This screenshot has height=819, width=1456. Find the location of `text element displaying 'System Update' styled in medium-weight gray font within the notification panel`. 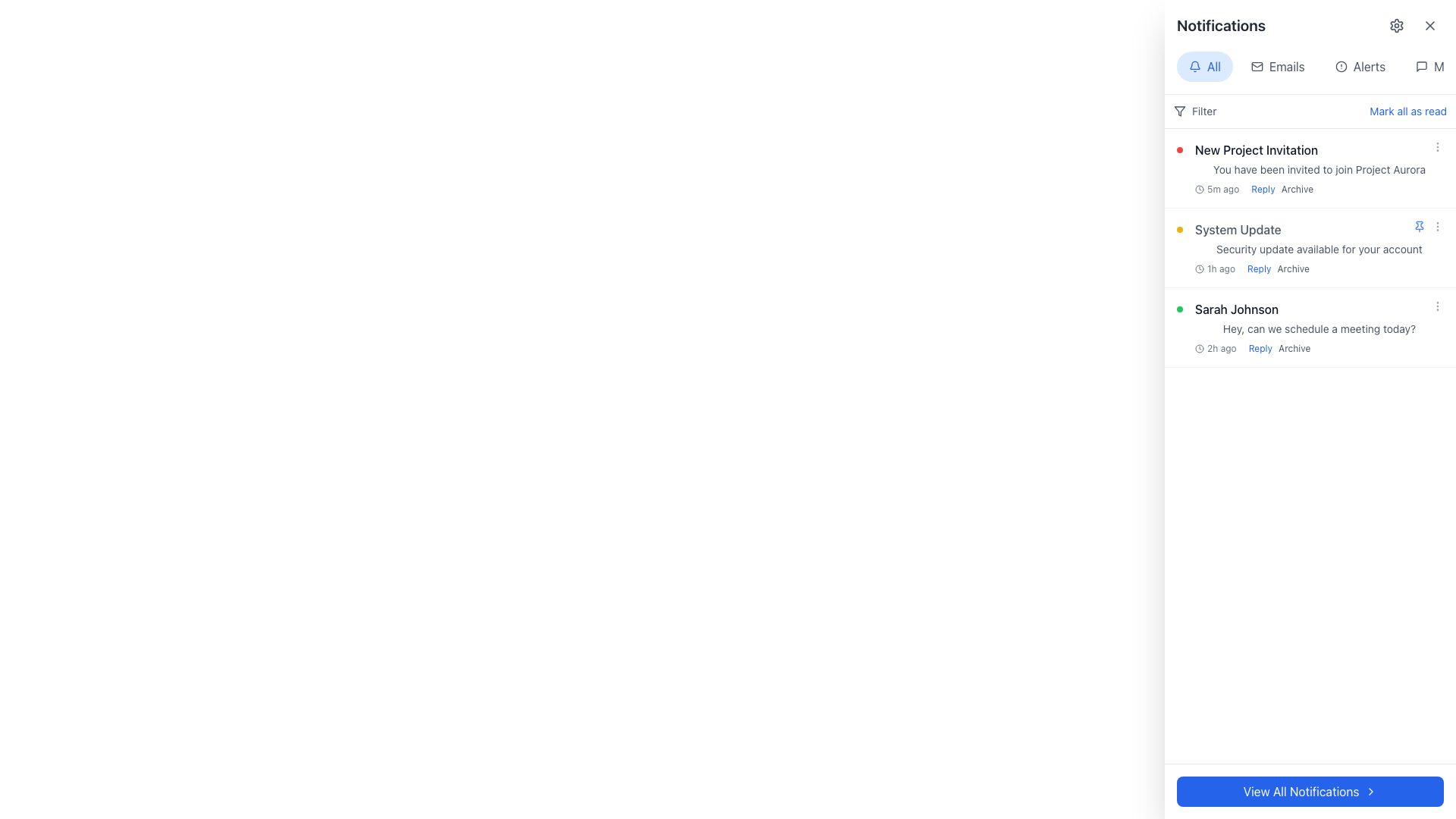

text element displaying 'System Update' styled in medium-weight gray font within the notification panel is located at coordinates (1238, 230).